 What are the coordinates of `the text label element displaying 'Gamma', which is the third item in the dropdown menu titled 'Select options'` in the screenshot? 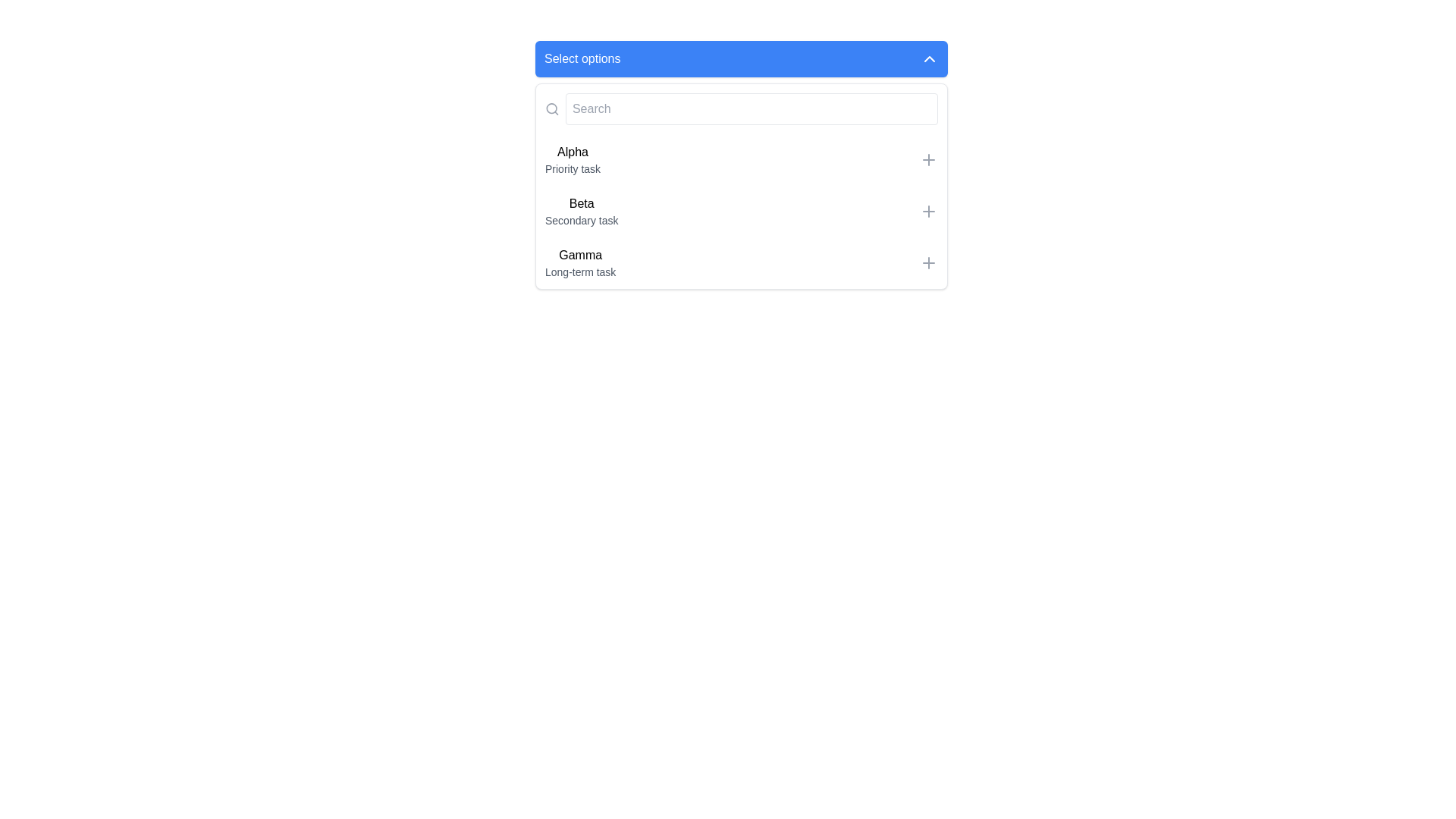 It's located at (579, 254).